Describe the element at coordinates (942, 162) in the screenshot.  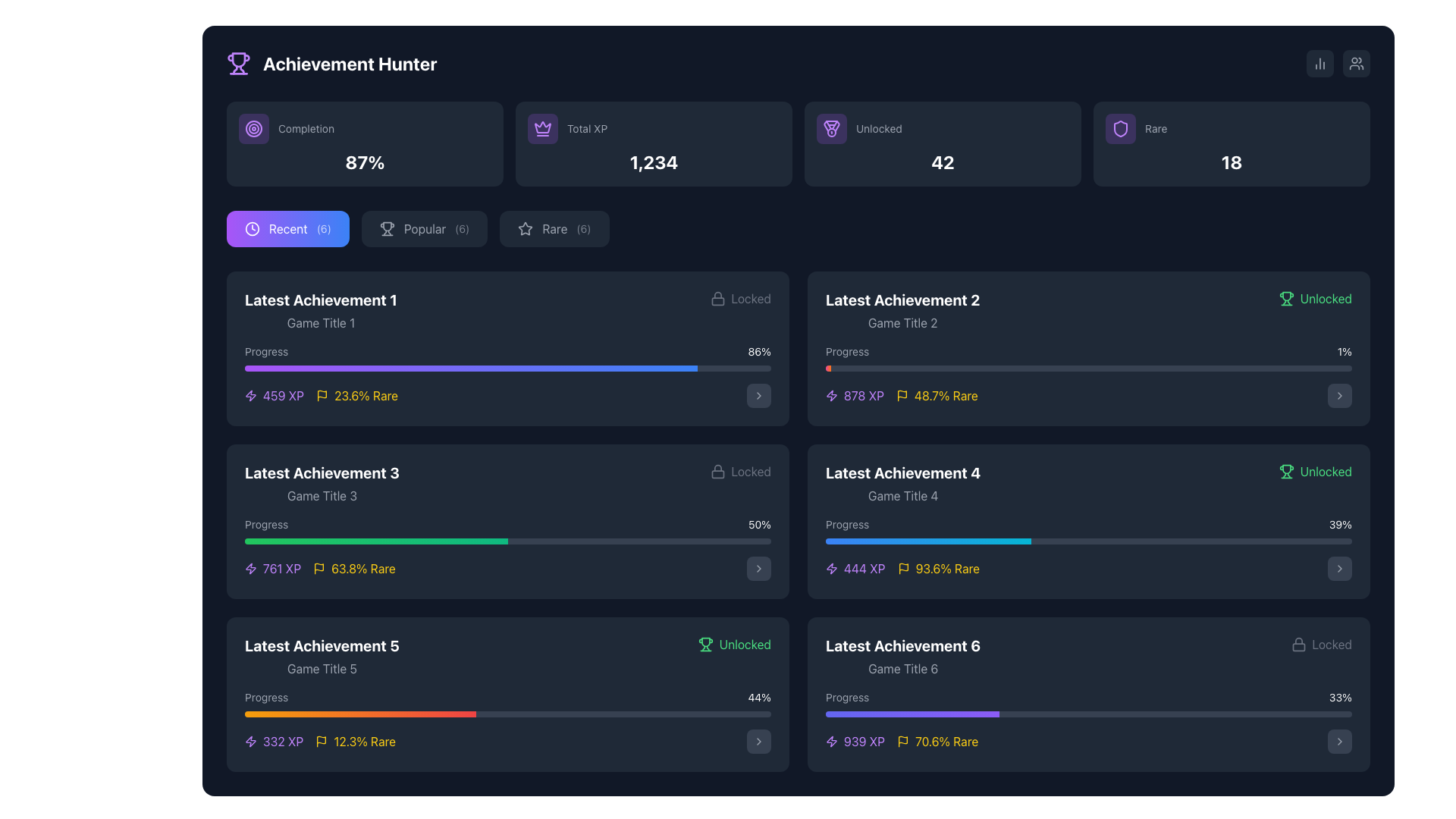
I see `the numerical text element displaying the value '42' in bold, large white text` at that location.